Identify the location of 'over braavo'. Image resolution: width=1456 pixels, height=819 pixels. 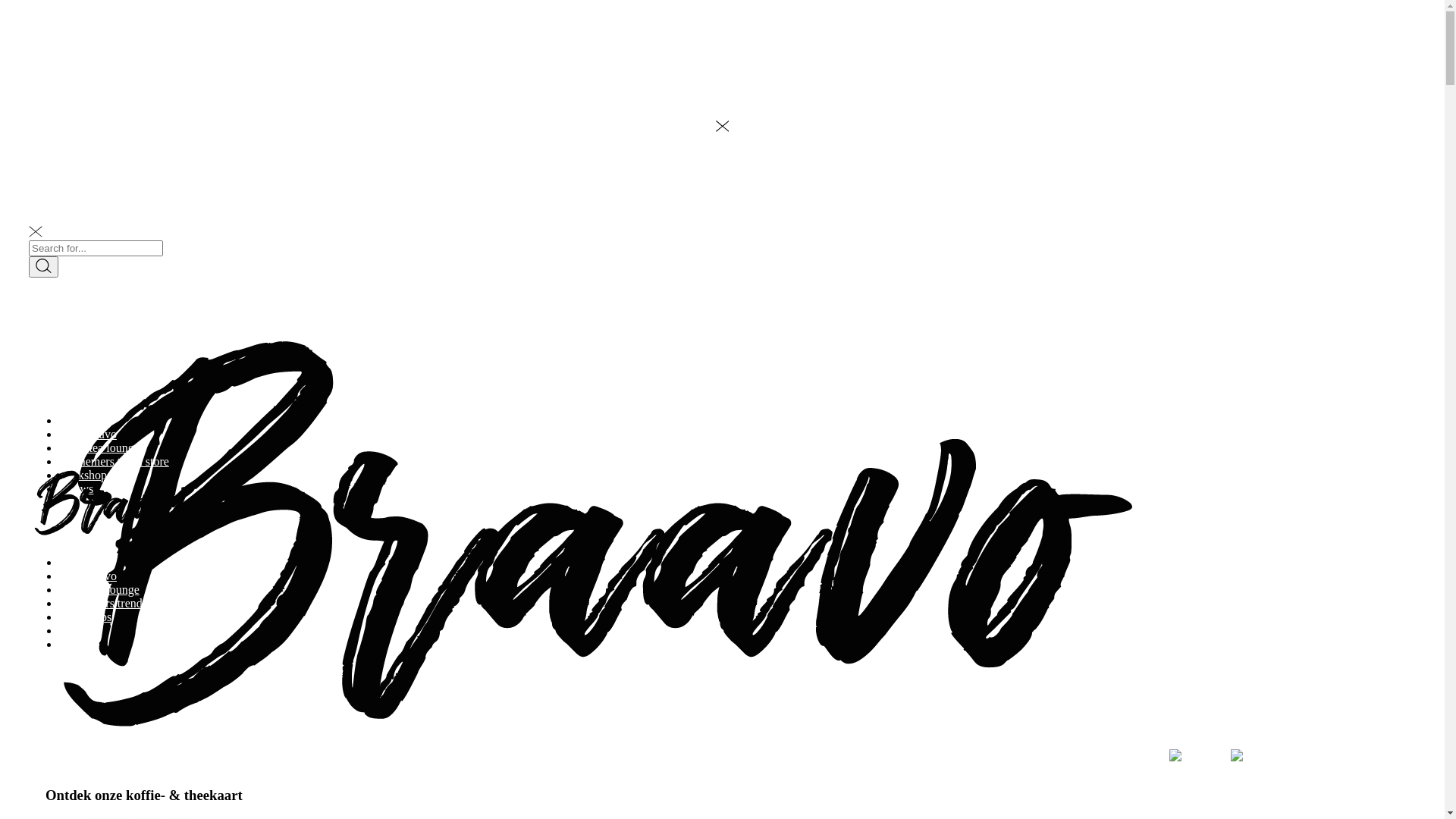
(86, 576).